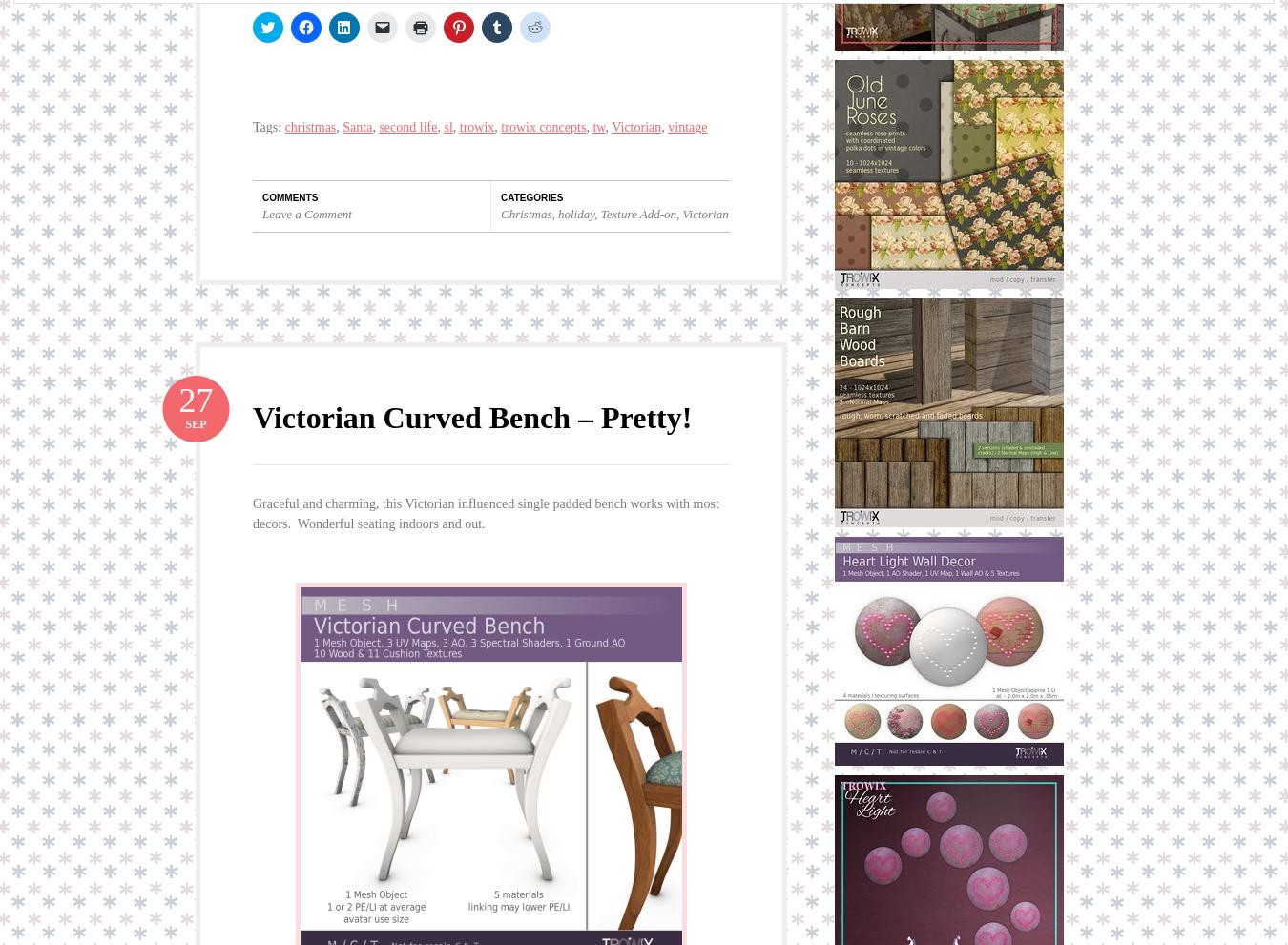  What do you see at coordinates (379, 126) in the screenshot?
I see `'second life'` at bounding box center [379, 126].